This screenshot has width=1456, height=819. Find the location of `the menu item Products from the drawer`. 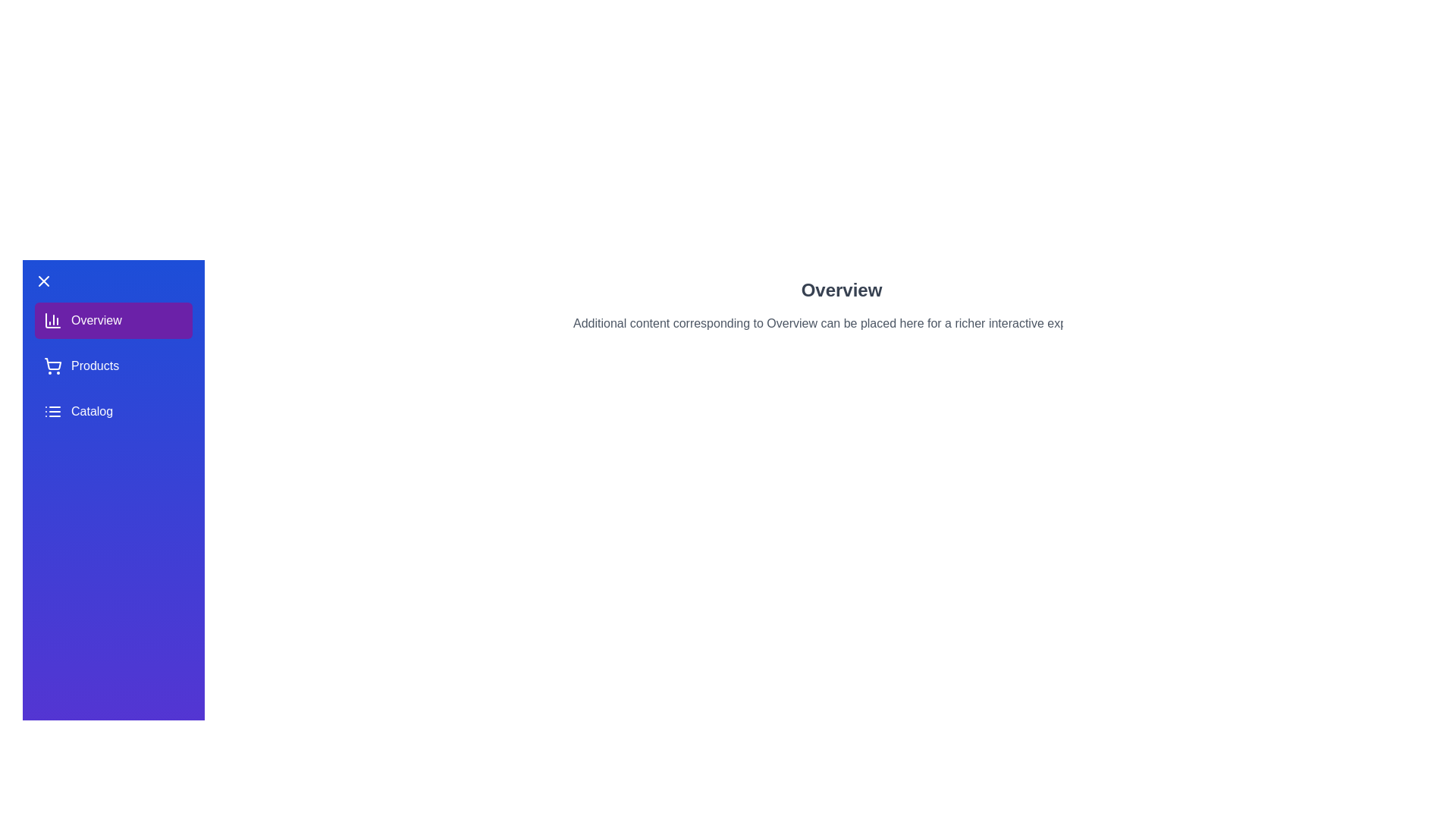

the menu item Products from the drawer is located at coordinates (112, 366).